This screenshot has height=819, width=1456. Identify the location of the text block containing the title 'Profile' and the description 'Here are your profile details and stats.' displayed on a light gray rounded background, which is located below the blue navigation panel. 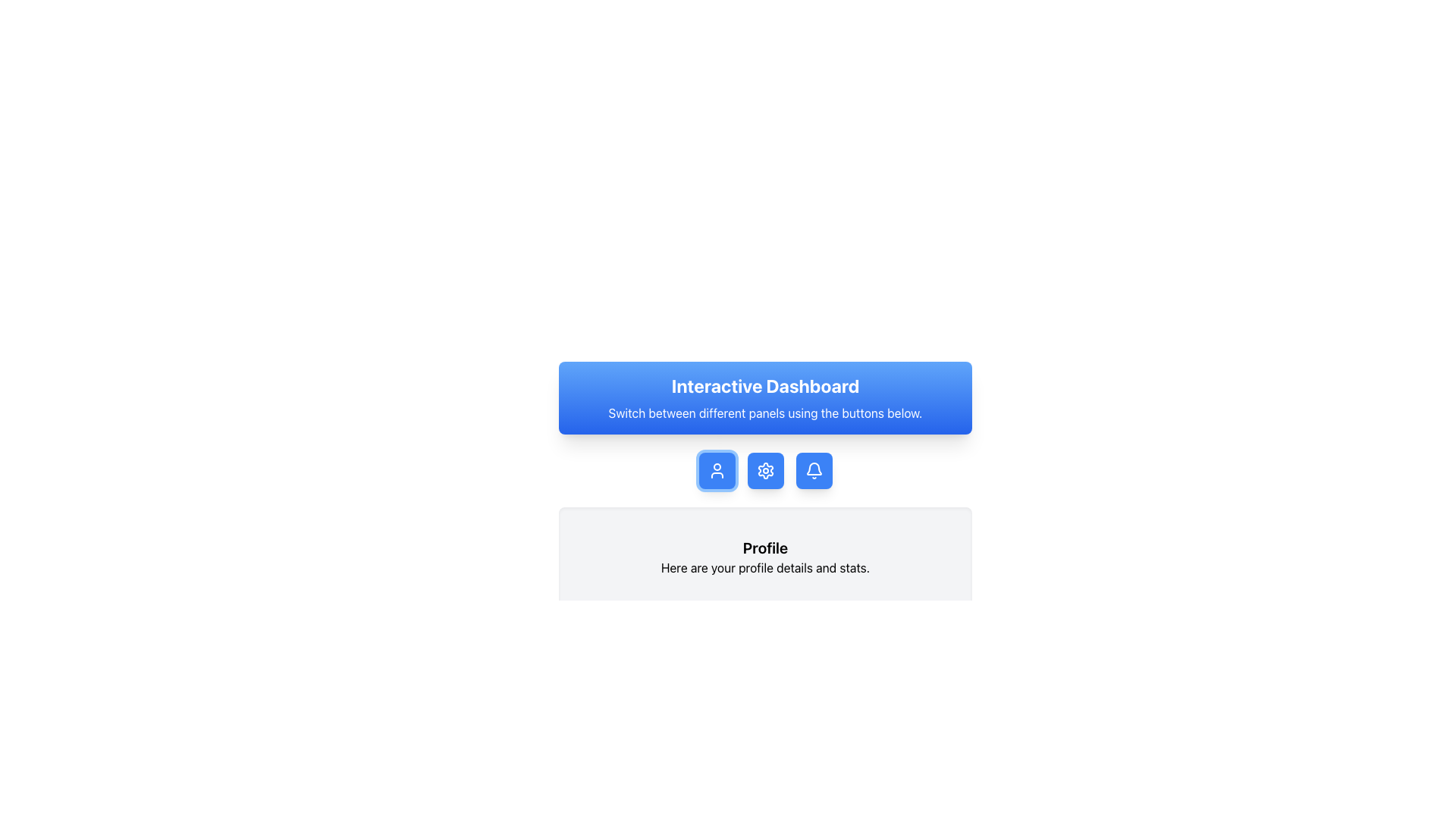
(765, 557).